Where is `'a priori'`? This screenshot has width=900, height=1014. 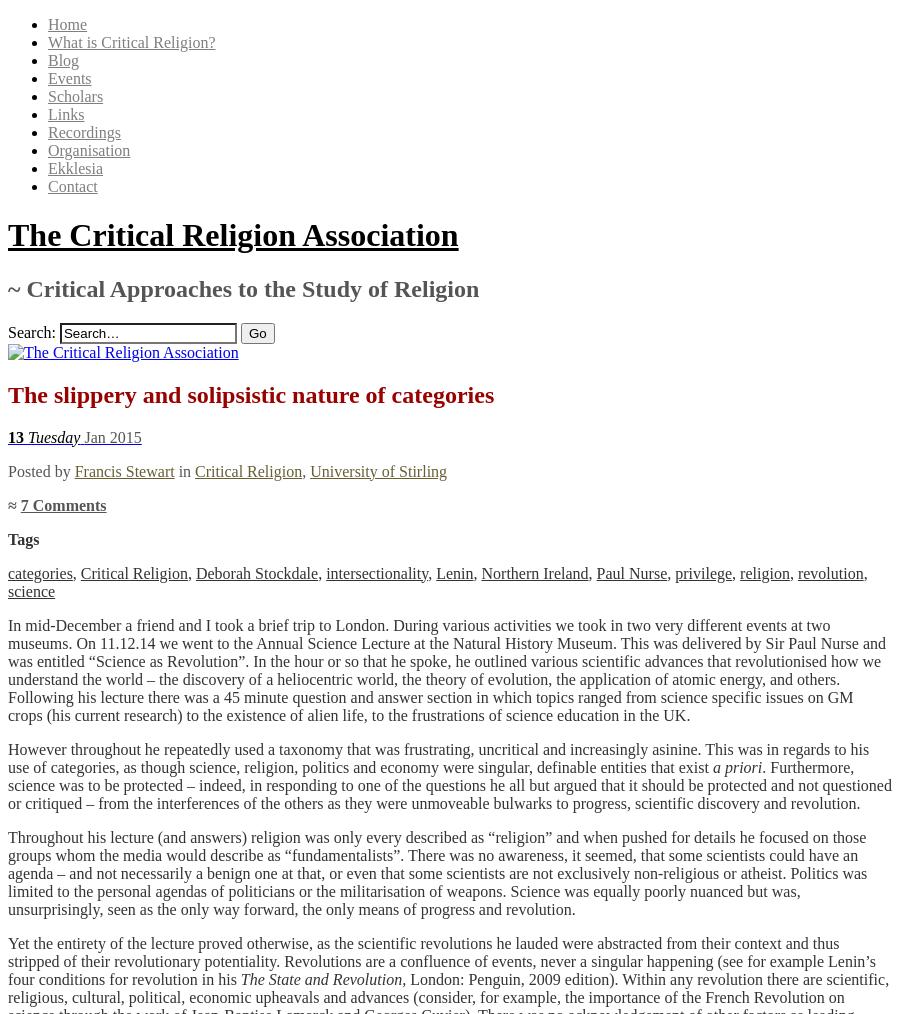 'a priori' is located at coordinates (736, 766).